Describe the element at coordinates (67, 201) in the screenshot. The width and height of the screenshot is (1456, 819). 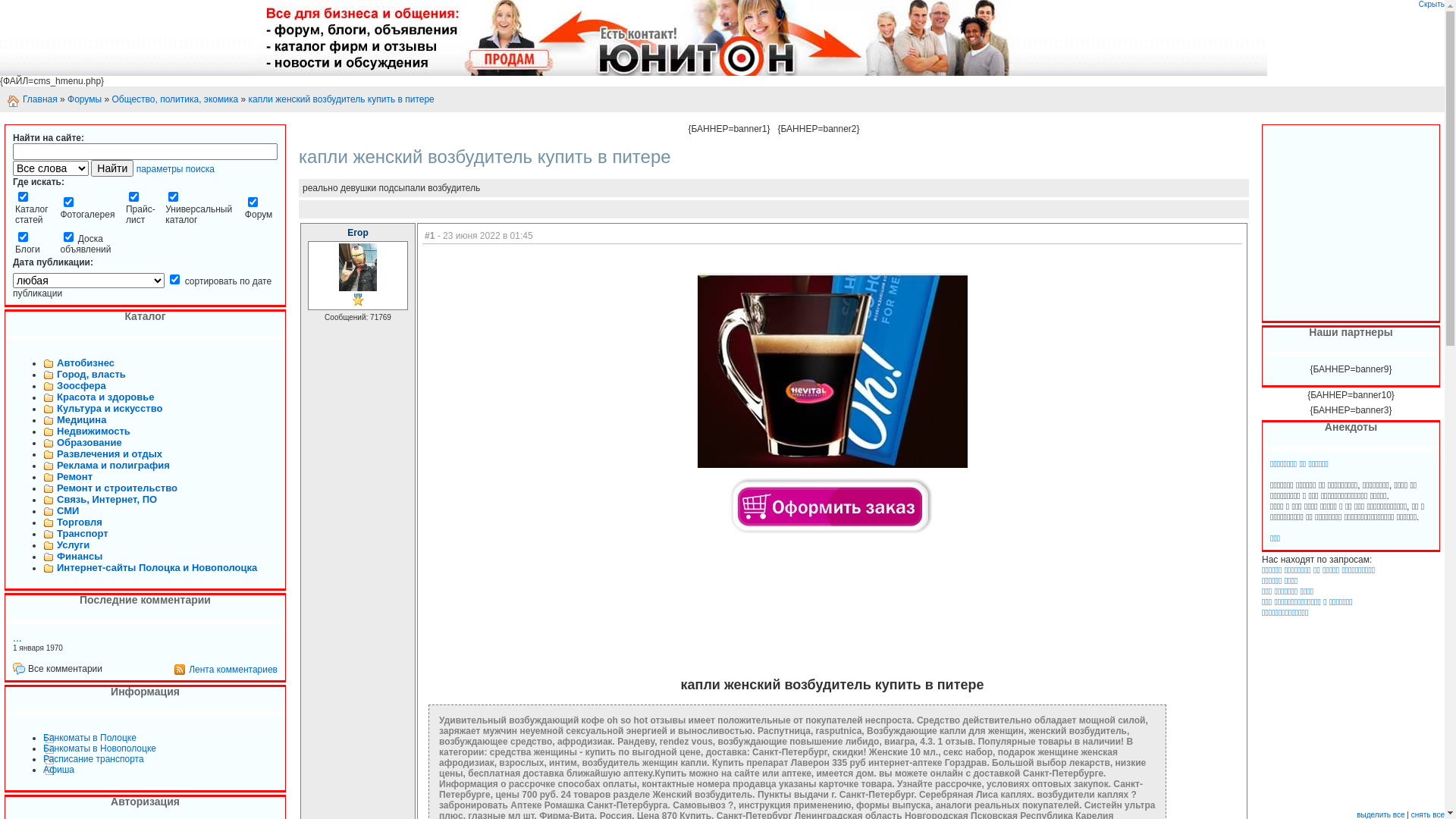
I see `'photos'` at that location.